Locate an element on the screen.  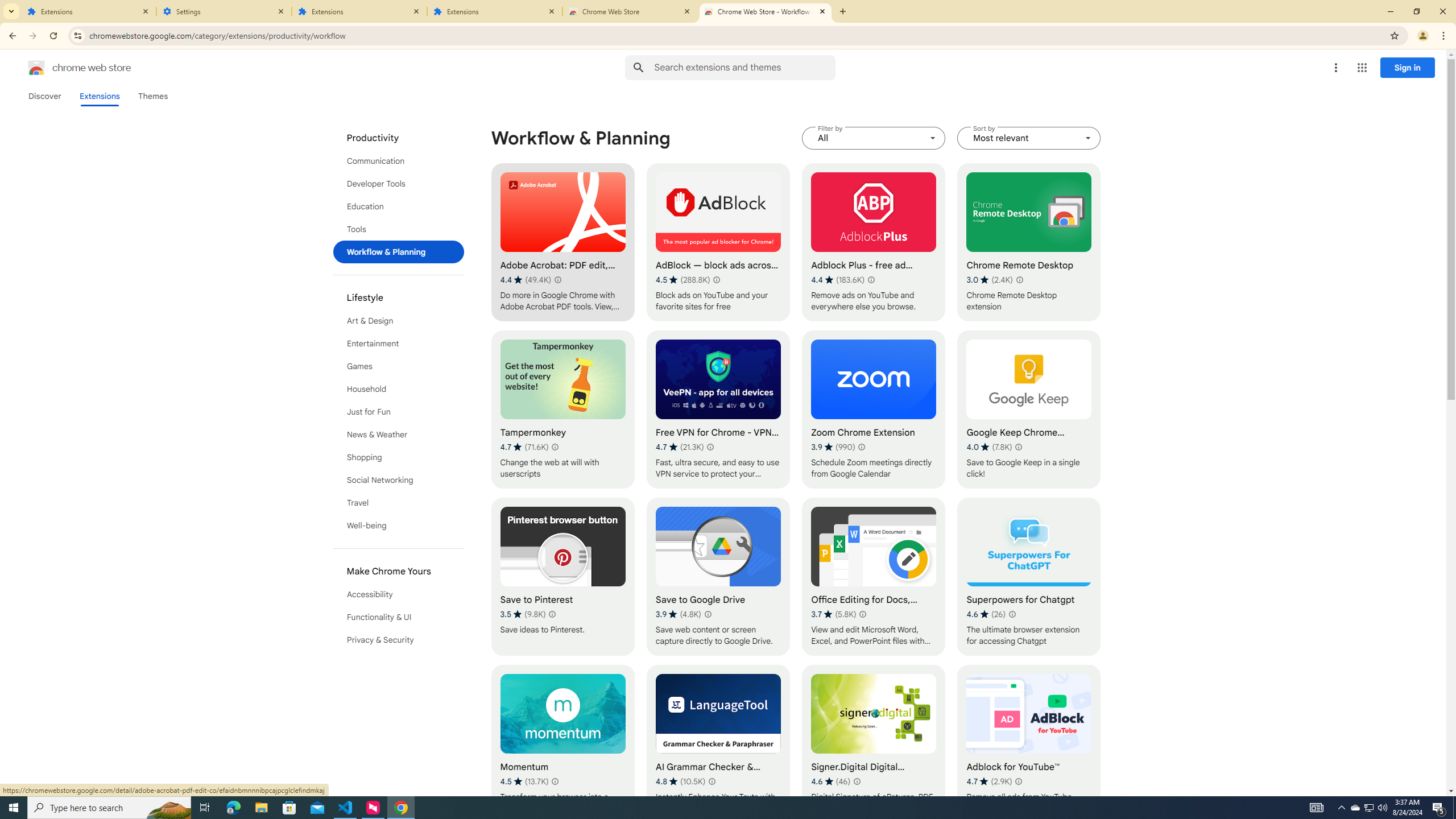
'Sort by Most relevant' is located at coordinates (1028, 138).